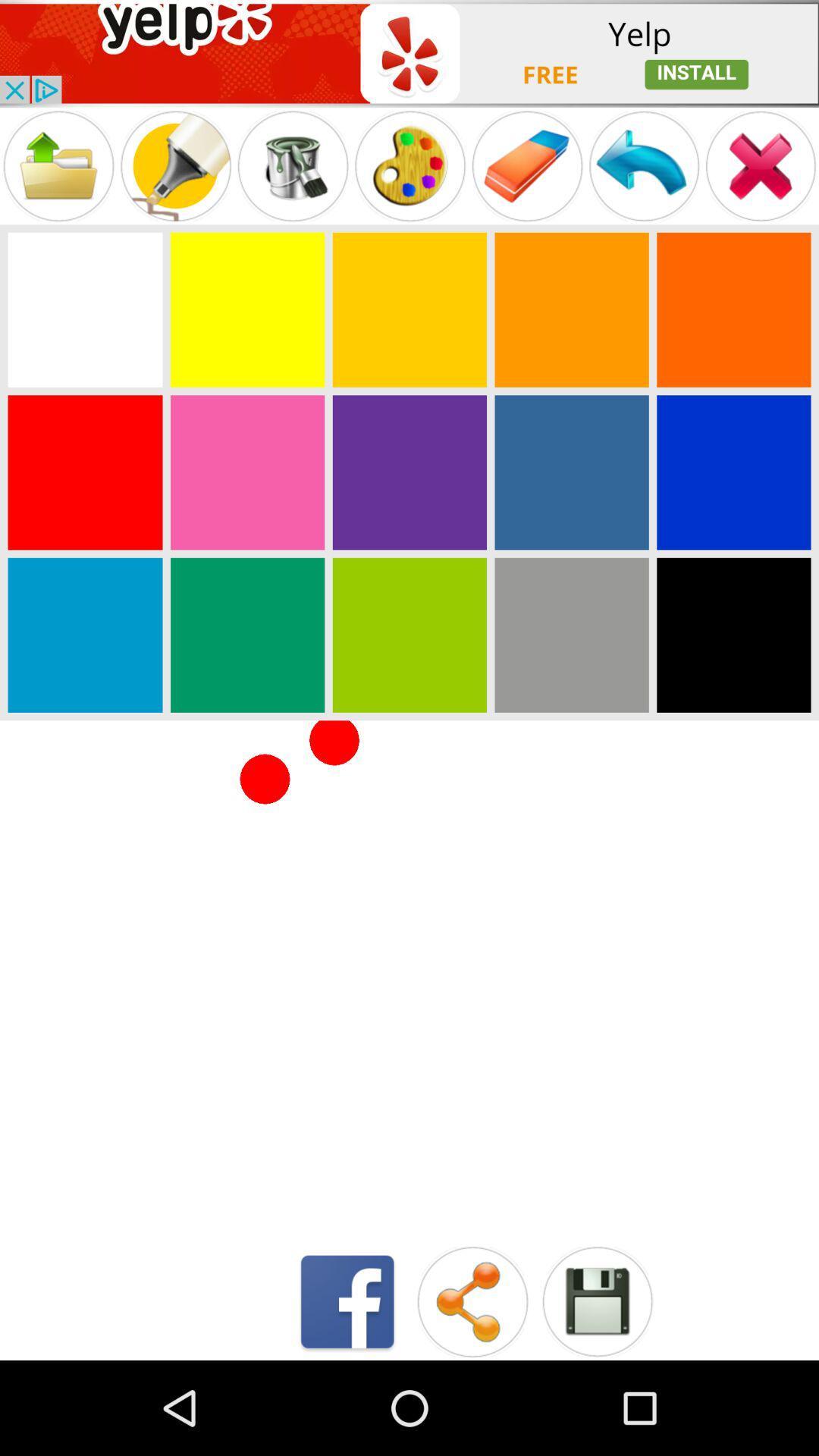  Describe the element at coordinates (526, 166) in the screenshot. I see `menu` at that location.